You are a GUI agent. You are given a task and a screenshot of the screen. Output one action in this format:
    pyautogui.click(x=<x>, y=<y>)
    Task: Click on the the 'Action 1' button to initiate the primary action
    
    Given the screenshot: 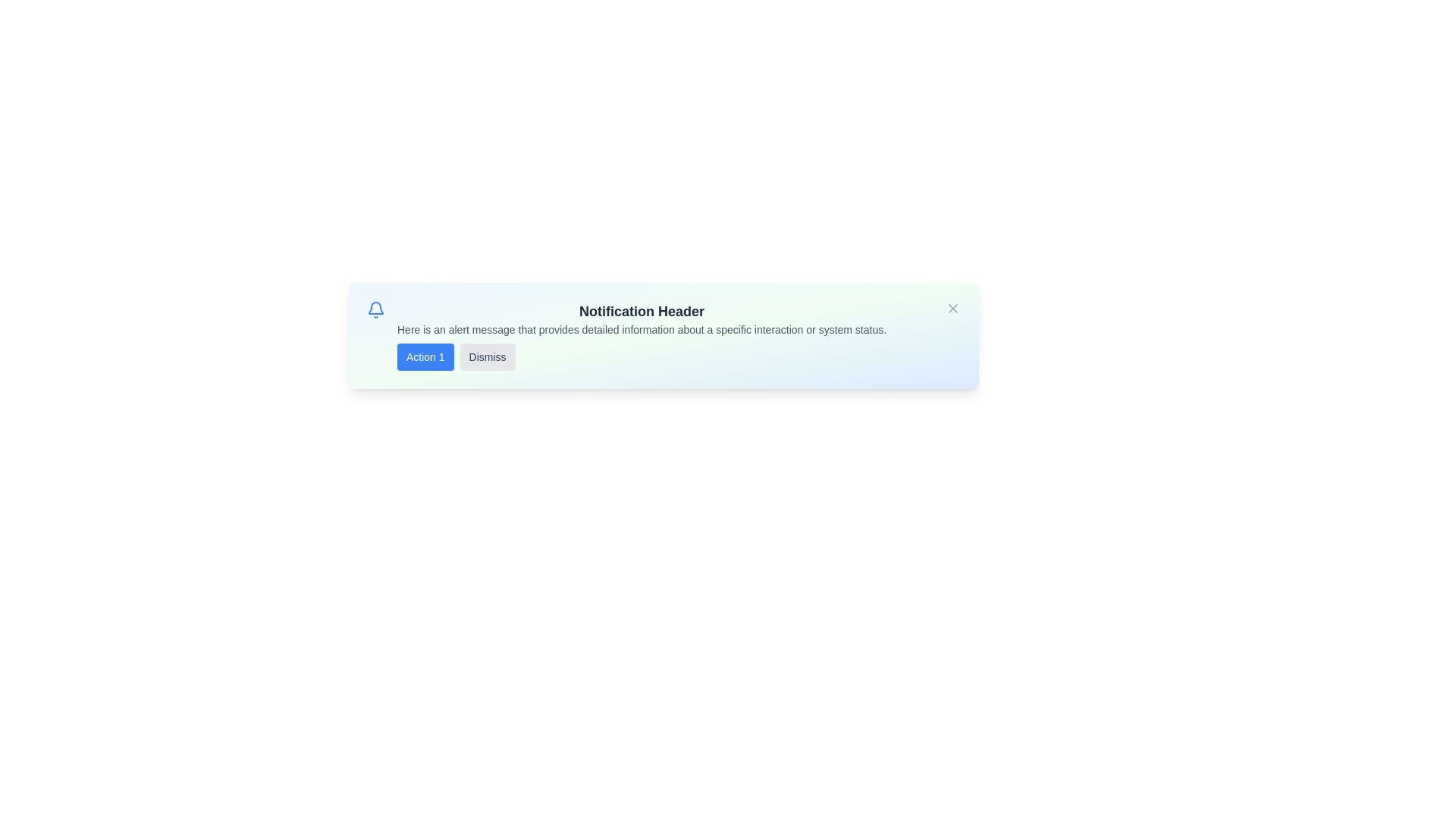 What is the action you would take?
    pyautogui.click(x=425, y=356)
    